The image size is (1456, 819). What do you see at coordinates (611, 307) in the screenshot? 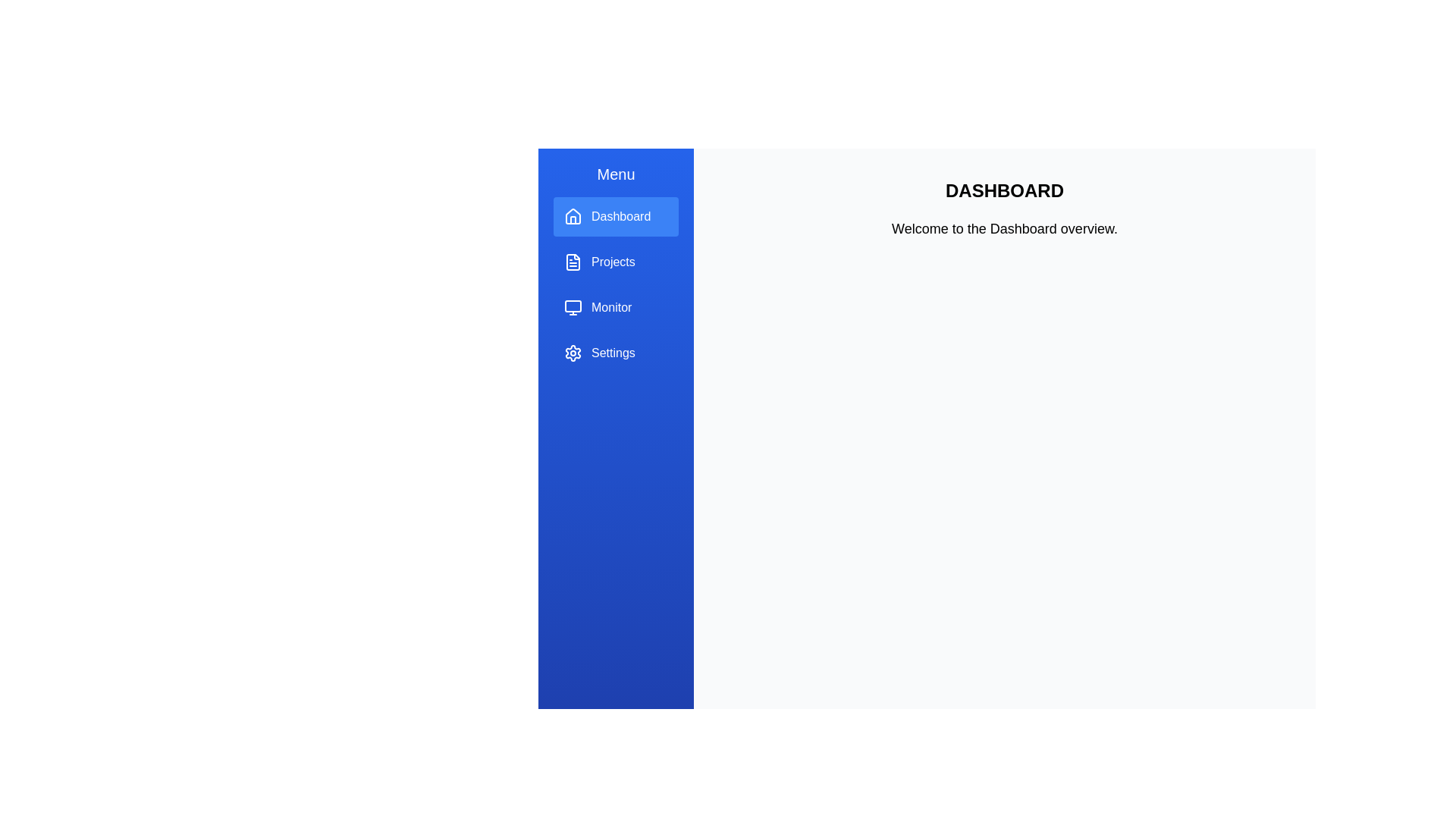
I see `the text element labeled 'Monitor' which is the third item in the vertical menu list, located to the right of a small monitor icon` at bounding box center [611, 307].